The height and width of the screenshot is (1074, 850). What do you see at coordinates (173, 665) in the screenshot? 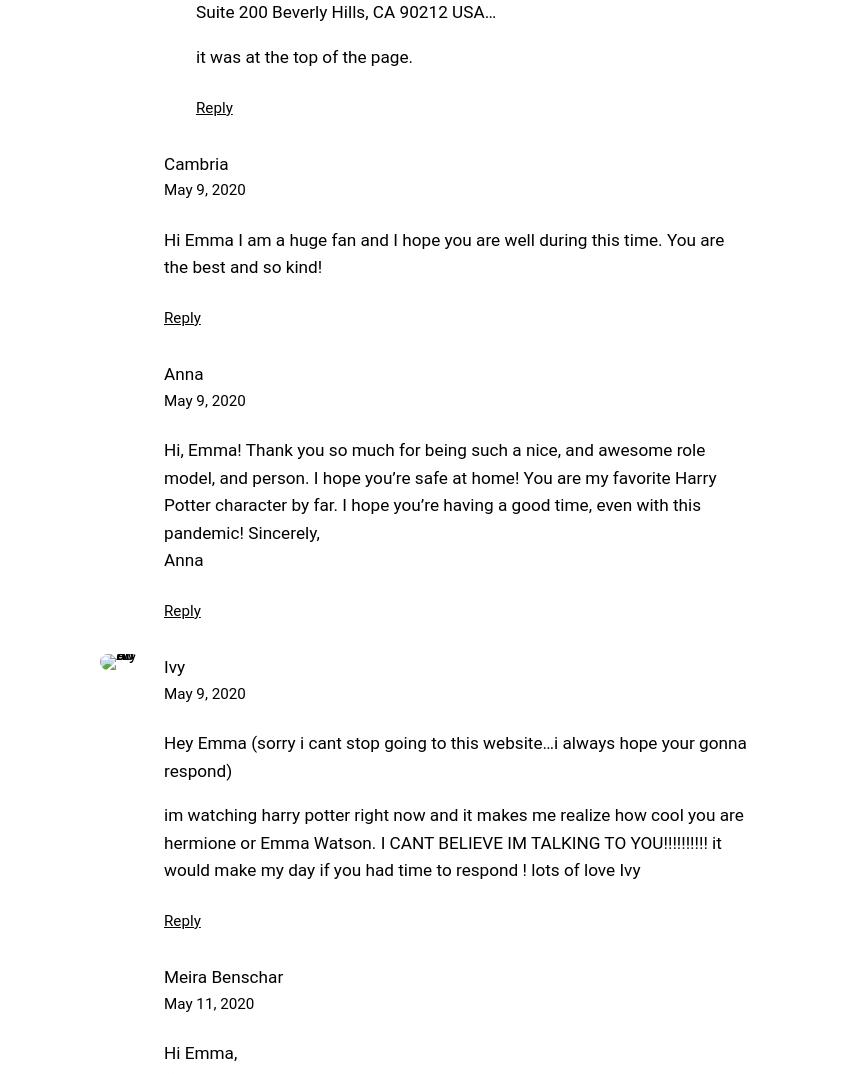
I see `'Ivy'` at bounding box center [173, 665].